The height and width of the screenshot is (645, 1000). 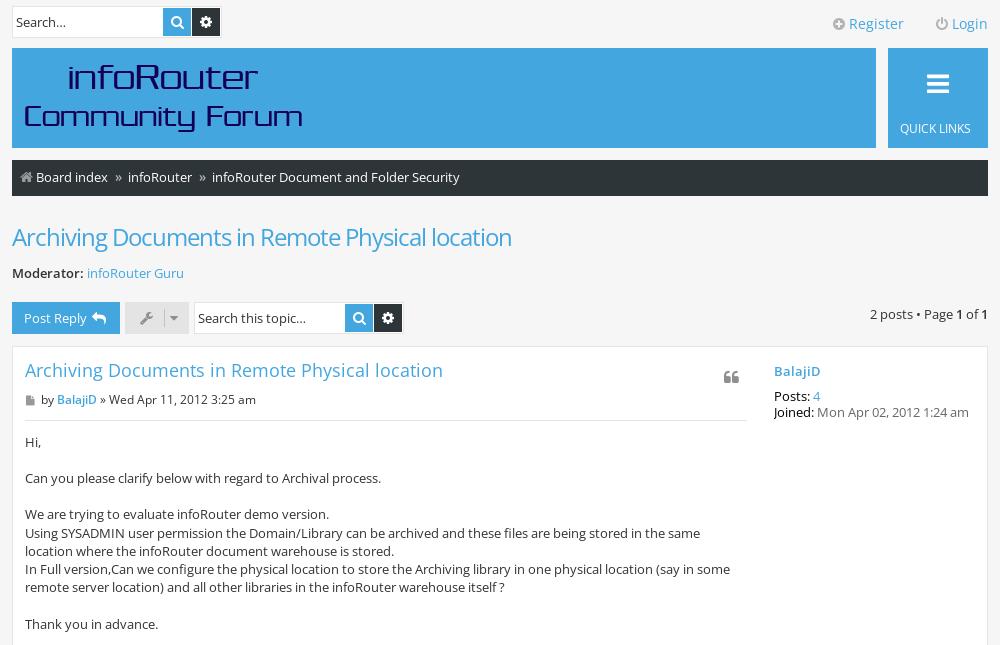 What do you see at coordinates (792, 396) in the screenshot?
I see `'Posts:'` at bounding box center [792, 396].